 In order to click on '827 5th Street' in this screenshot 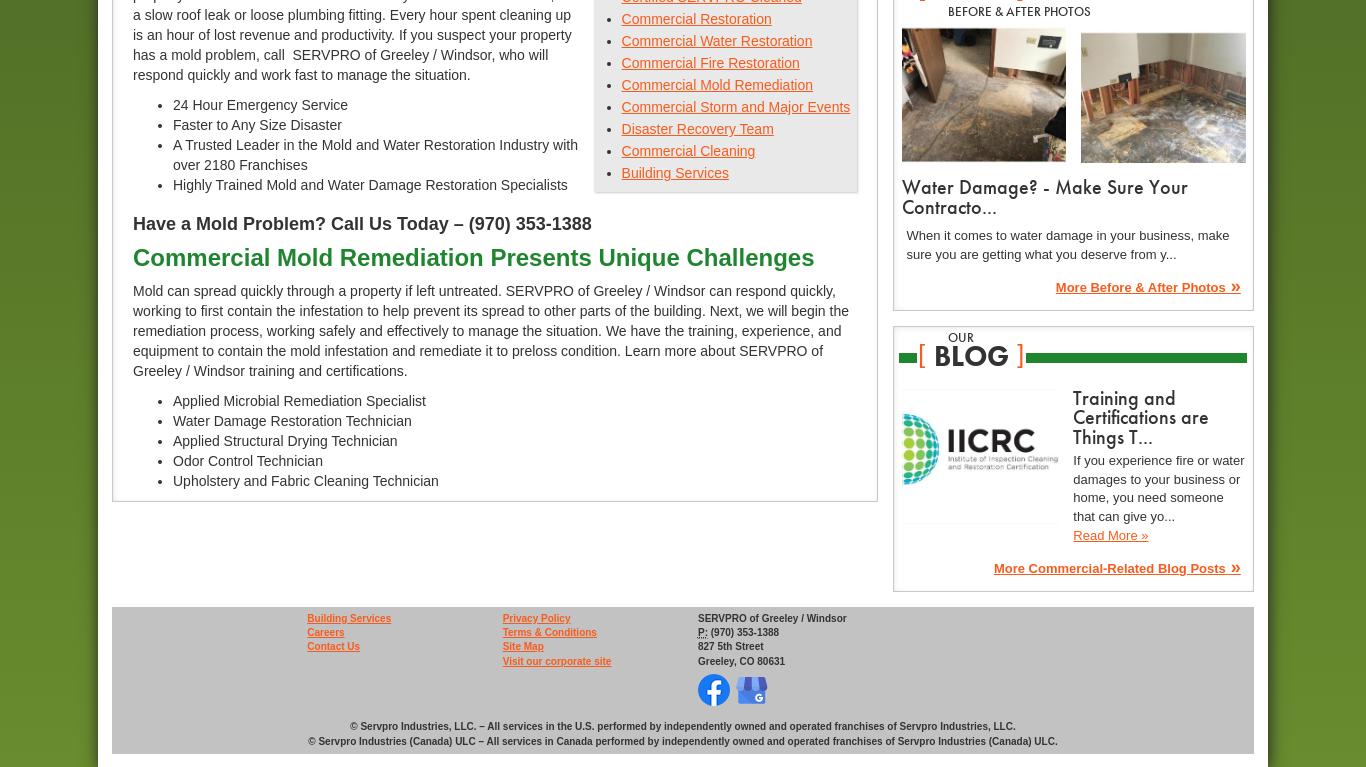, I will do `click(729, 645)`.